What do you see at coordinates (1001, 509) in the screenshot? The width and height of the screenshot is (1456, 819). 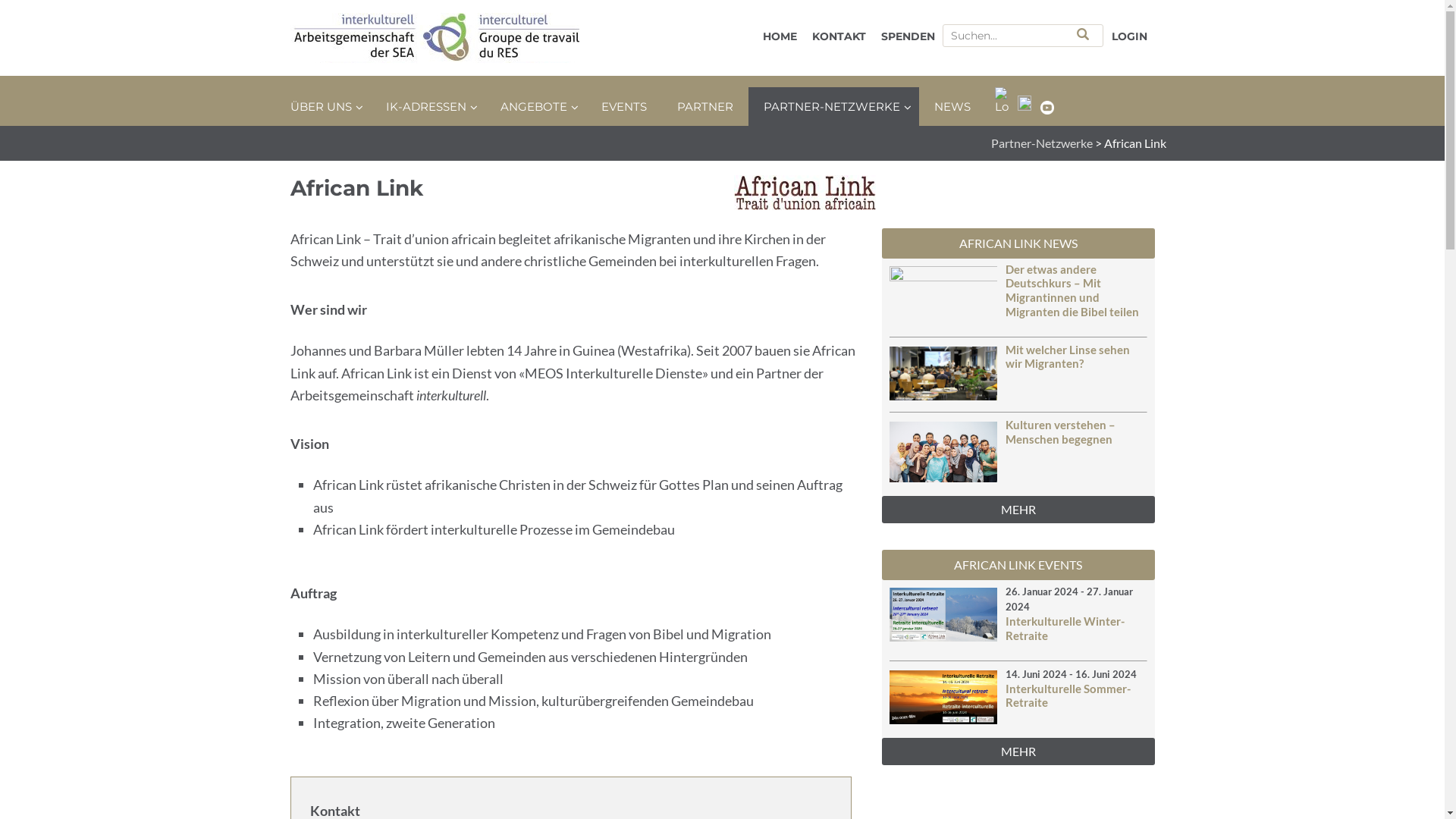 I see `'MEHR'` at bounding box center [1001, 509].